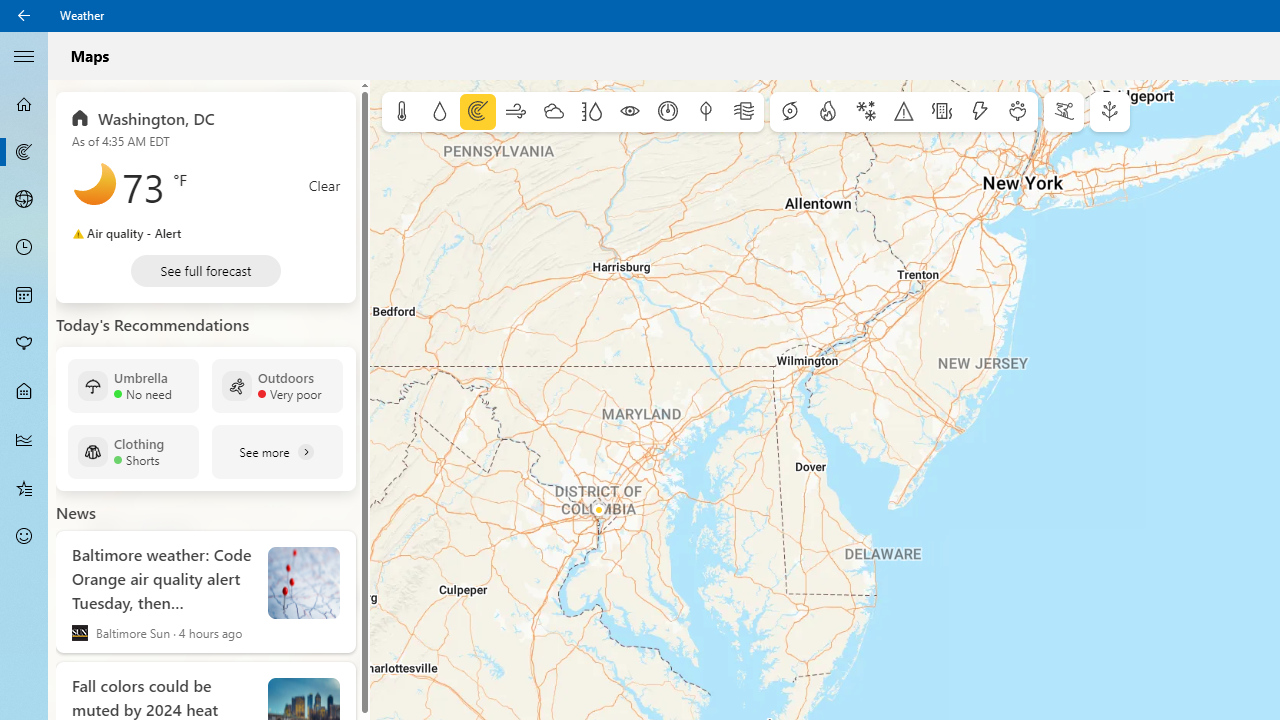 This screenshot has width=1280, height=720. What do you see at coordinates (24, 104) in the screenshot?
I see `'Forecast - Not Selected'` at bounding box center [24, 104].